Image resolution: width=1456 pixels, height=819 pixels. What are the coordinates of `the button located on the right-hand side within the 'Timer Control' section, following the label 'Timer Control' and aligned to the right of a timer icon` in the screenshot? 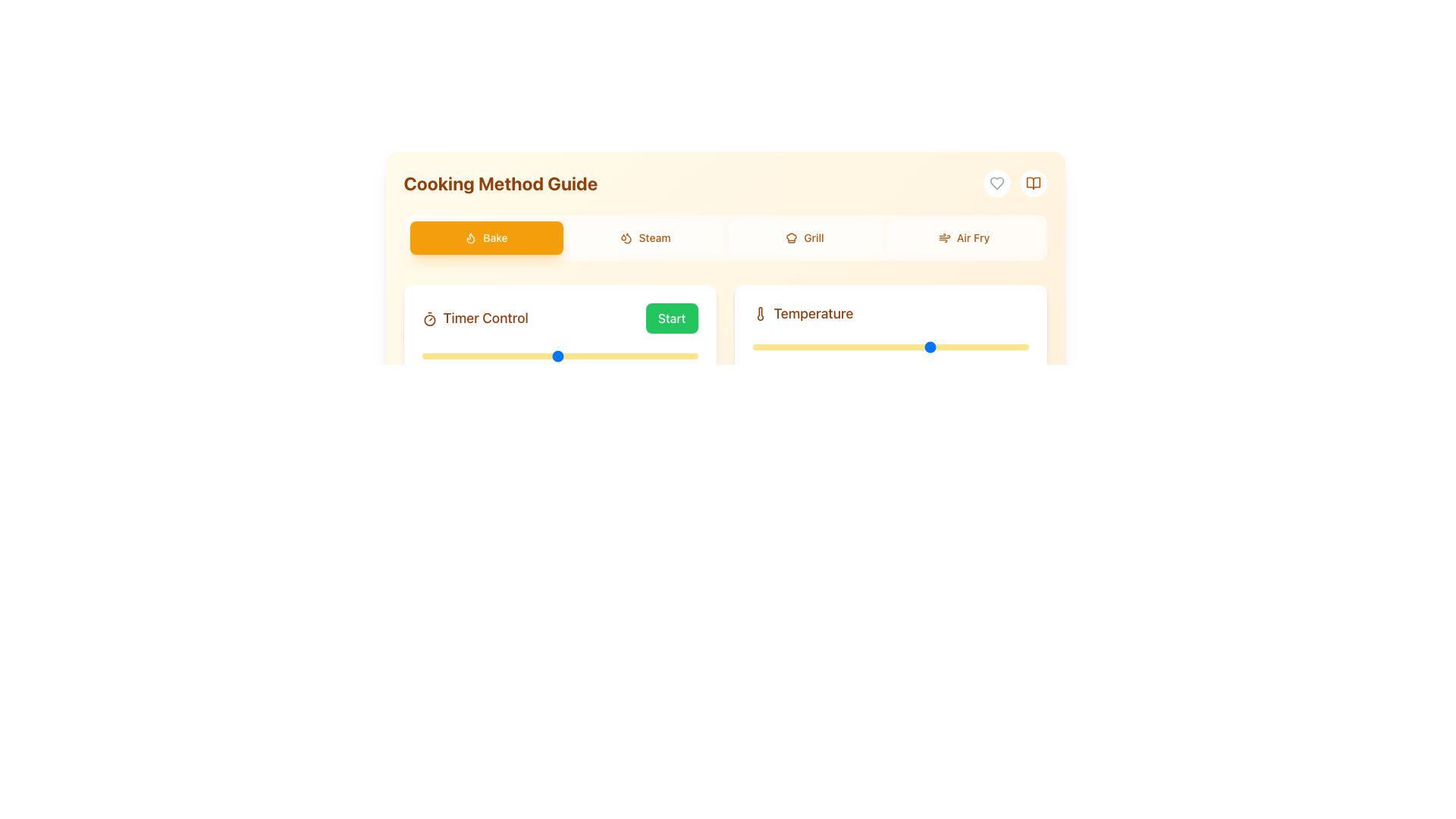 It's located at (671, 318).